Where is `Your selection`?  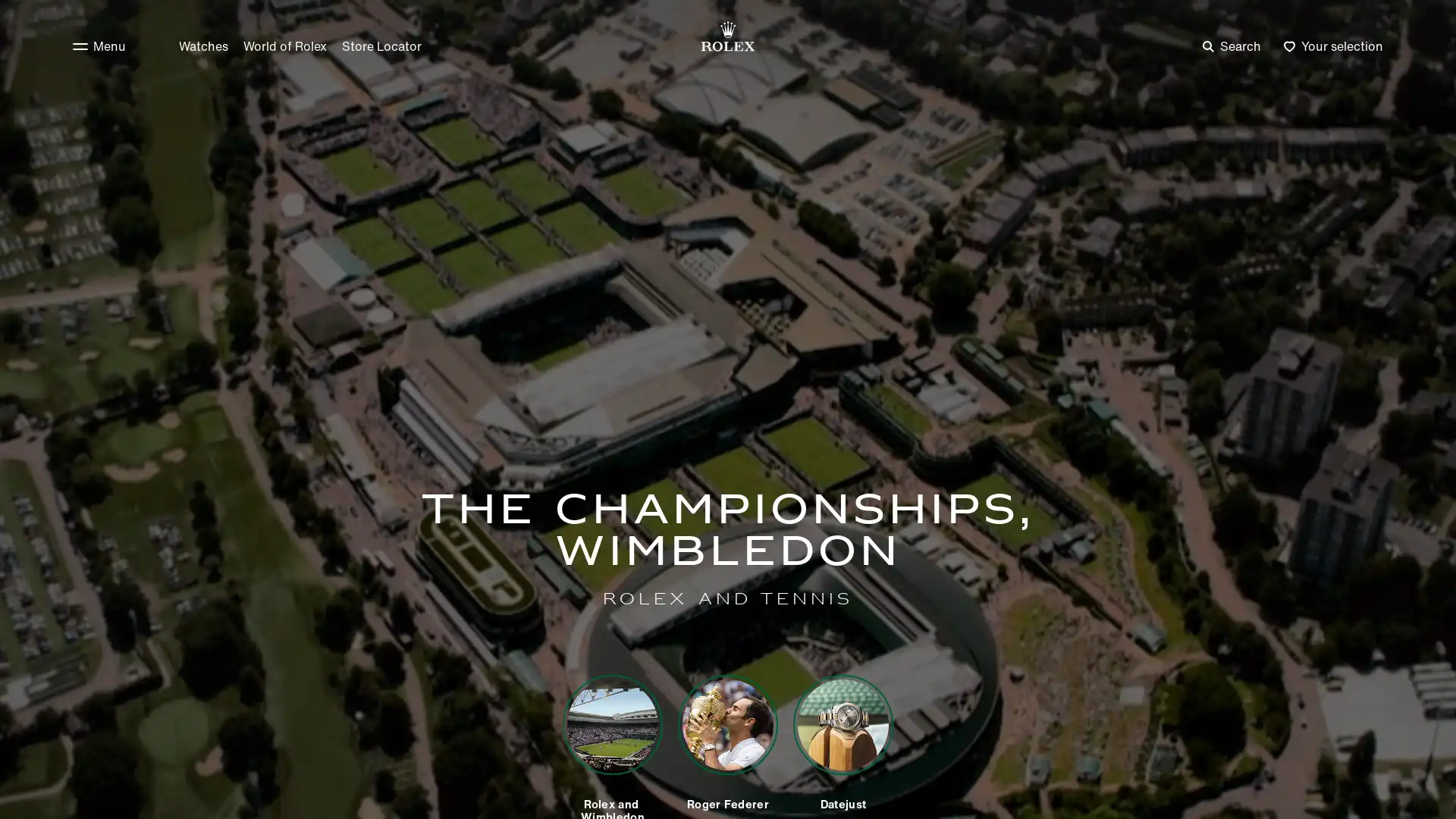
Your selection is located at coordinates (1332, 45).